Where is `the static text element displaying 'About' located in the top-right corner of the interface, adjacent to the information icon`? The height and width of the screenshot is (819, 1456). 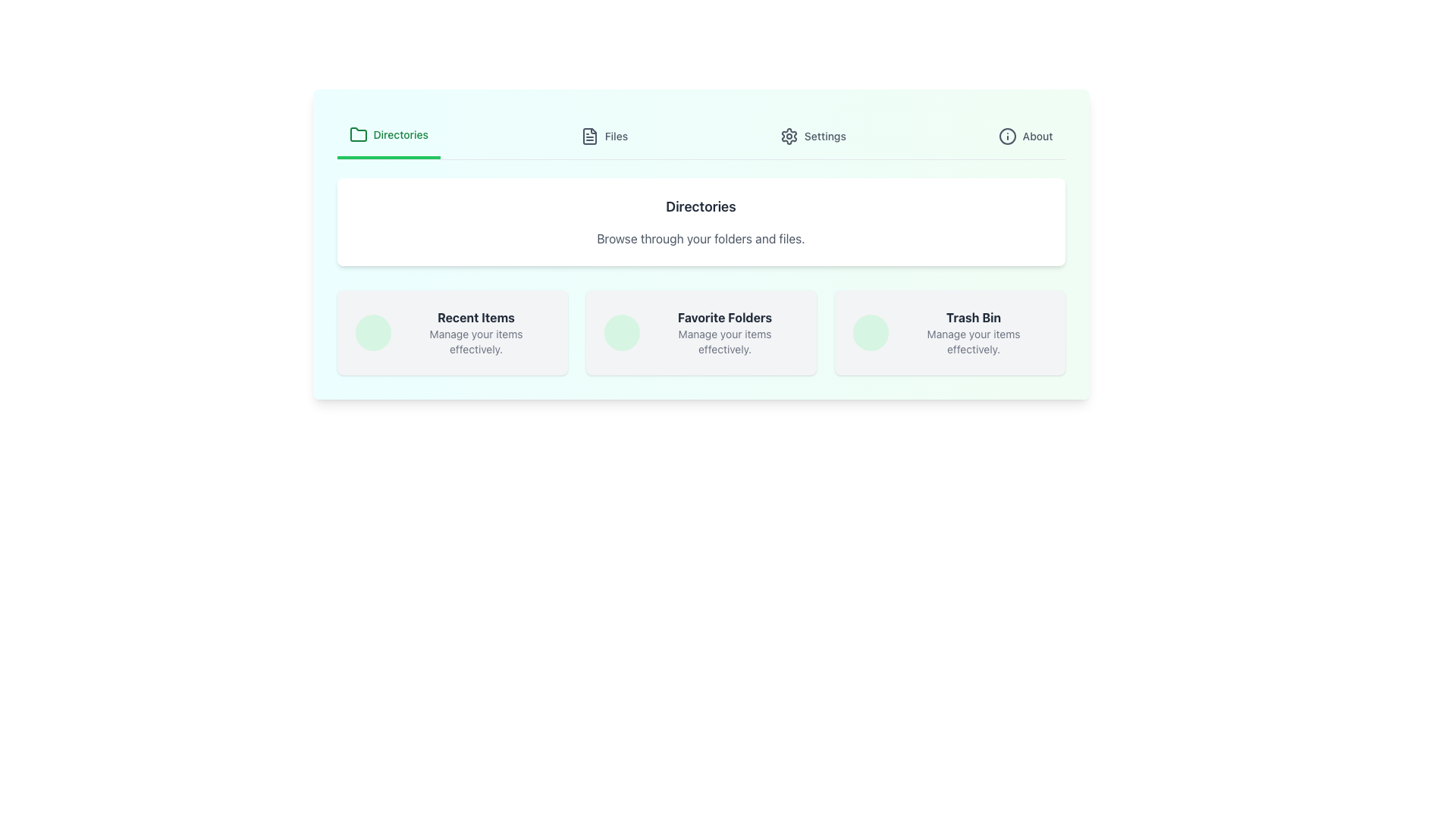
the static text element displaying 'About' located in the top-right corner of the interface, adjacent to the information icon is located at coordinates (1037, 136).